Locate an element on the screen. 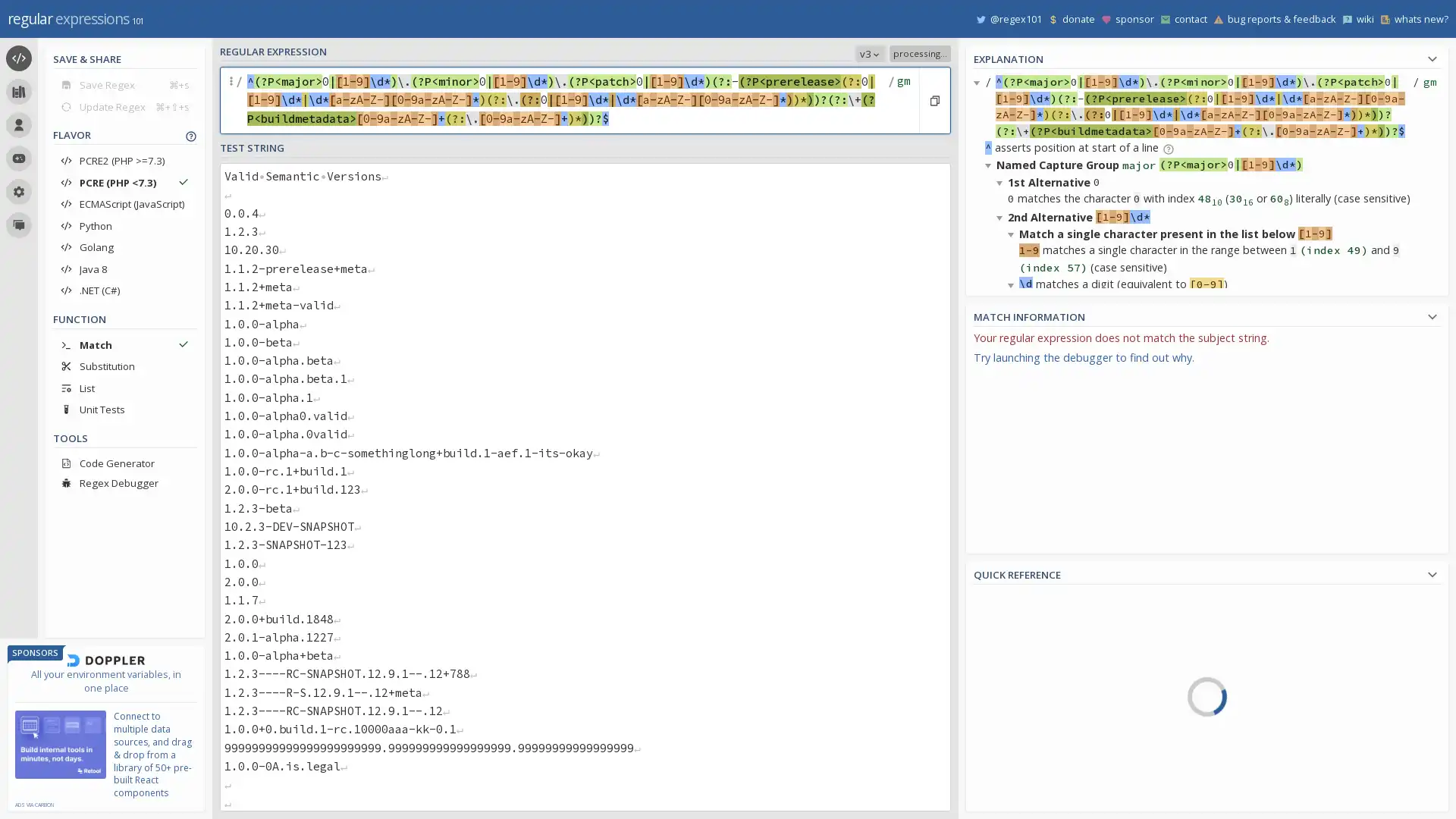 Image resolution: width=1456 pixels, height=819 pixels. Group patch is located at coordinates (1014, 680).